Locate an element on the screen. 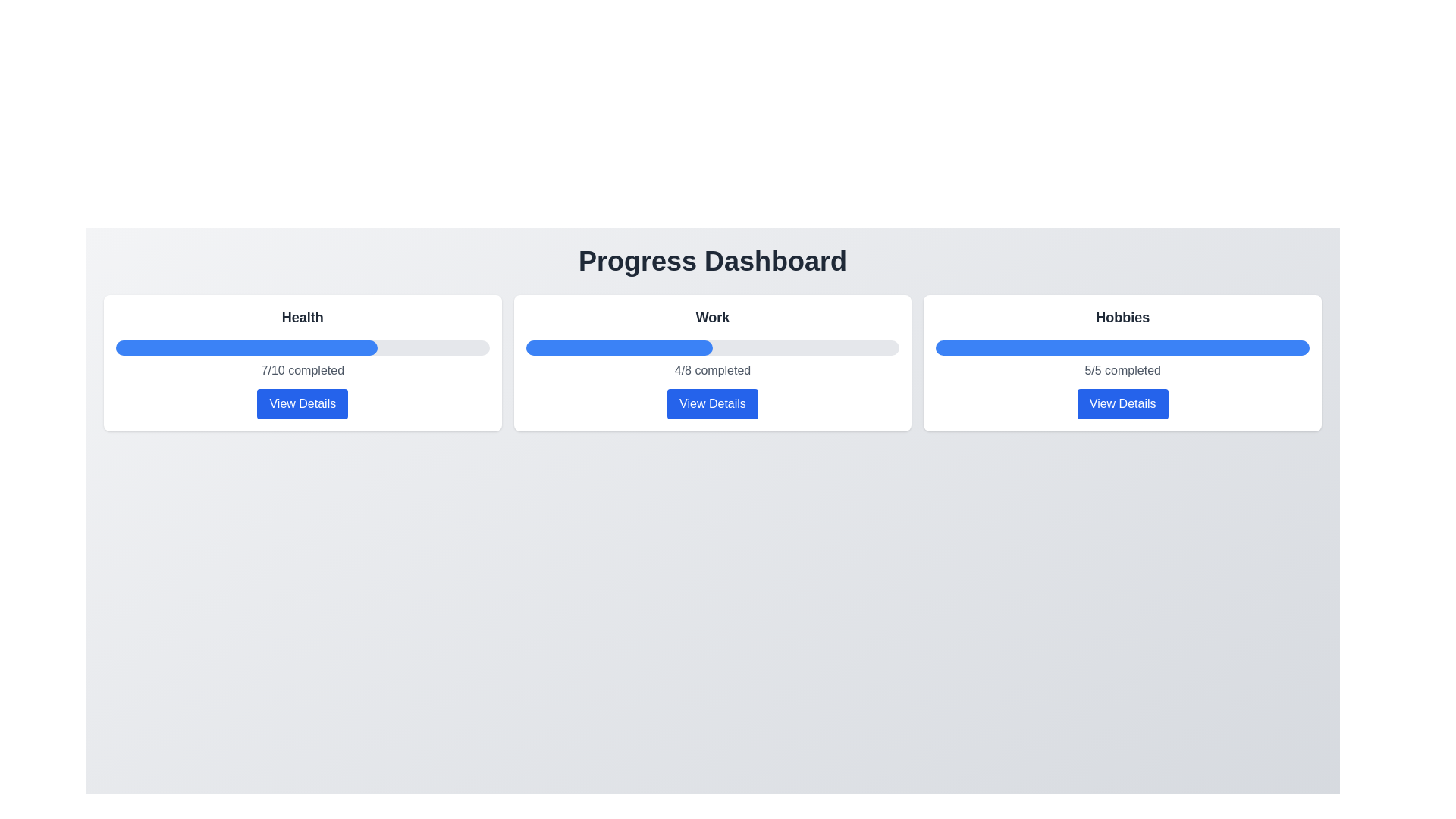  text label that displays '5/5 completed', which is positioned below the progress bar and above the 'View Details' button within the 'Hobbies' card is located at coordinates (1122, 371).